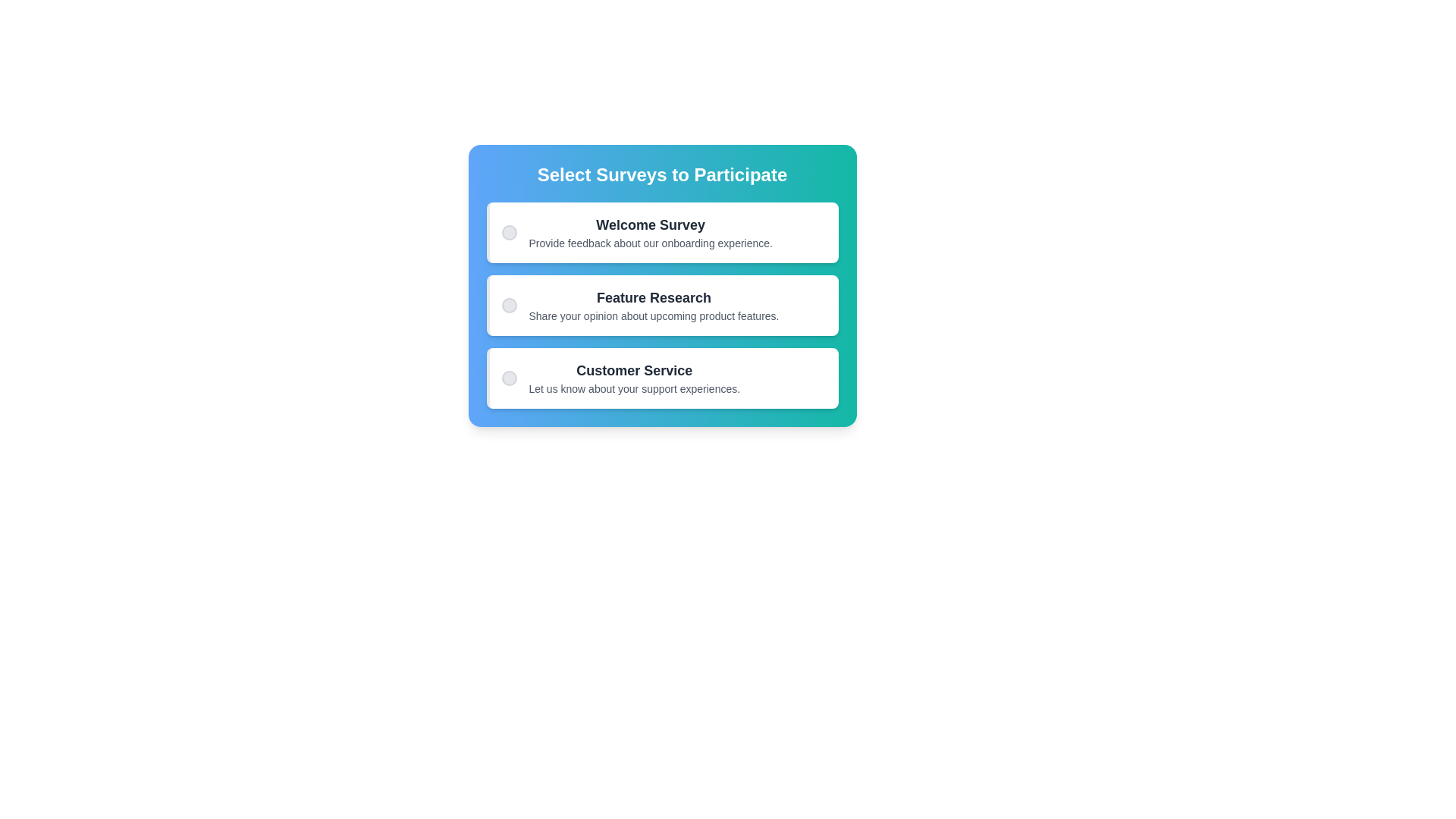 The width and height of the screenshot is (1456, 819). What do you see at coordinates (637, 233) in the screenshot?
I see `the 'Welcome Survey' text` at bounding box center [637, 233].